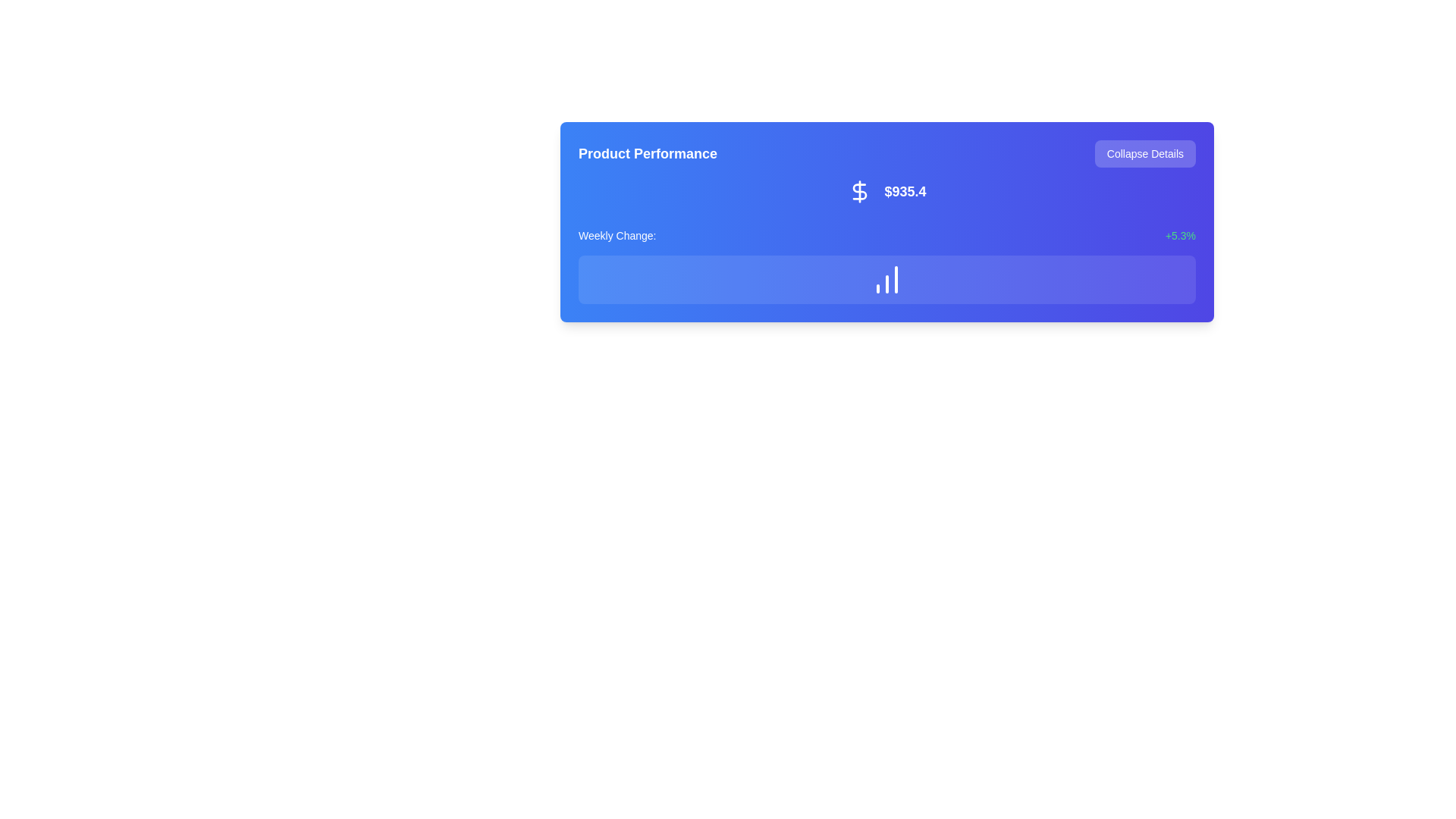  What do you see at coordinates (887, 280) in the screenshot?
I see `the decorative data representation element located below the 'Weekly Change: +5.3%' section, which visually summarizes a performance metric` at bounding box center [887, 280].